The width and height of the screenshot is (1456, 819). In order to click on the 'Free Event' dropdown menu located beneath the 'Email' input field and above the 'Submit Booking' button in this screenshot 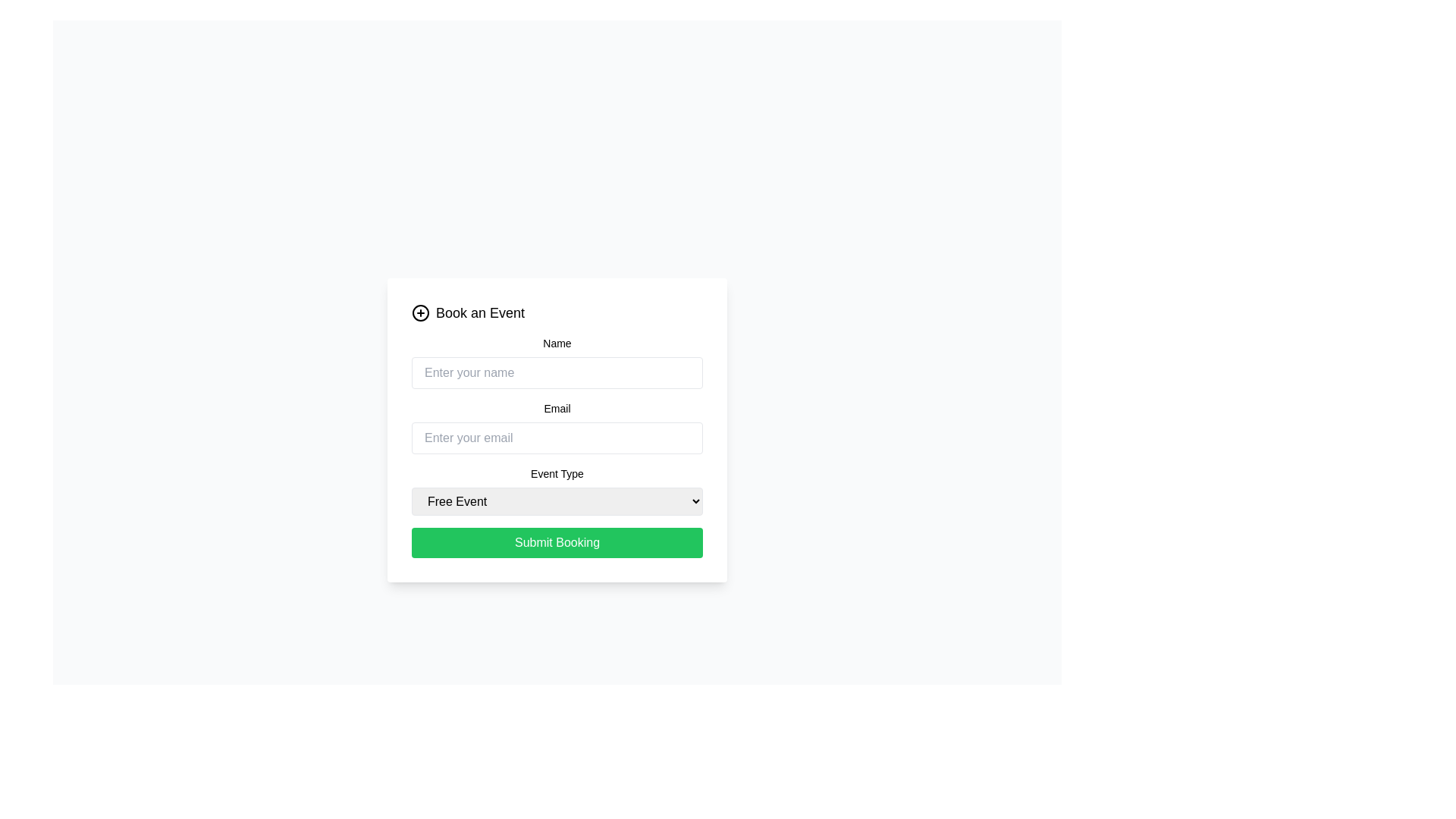, I will do `click(556, 491)`.